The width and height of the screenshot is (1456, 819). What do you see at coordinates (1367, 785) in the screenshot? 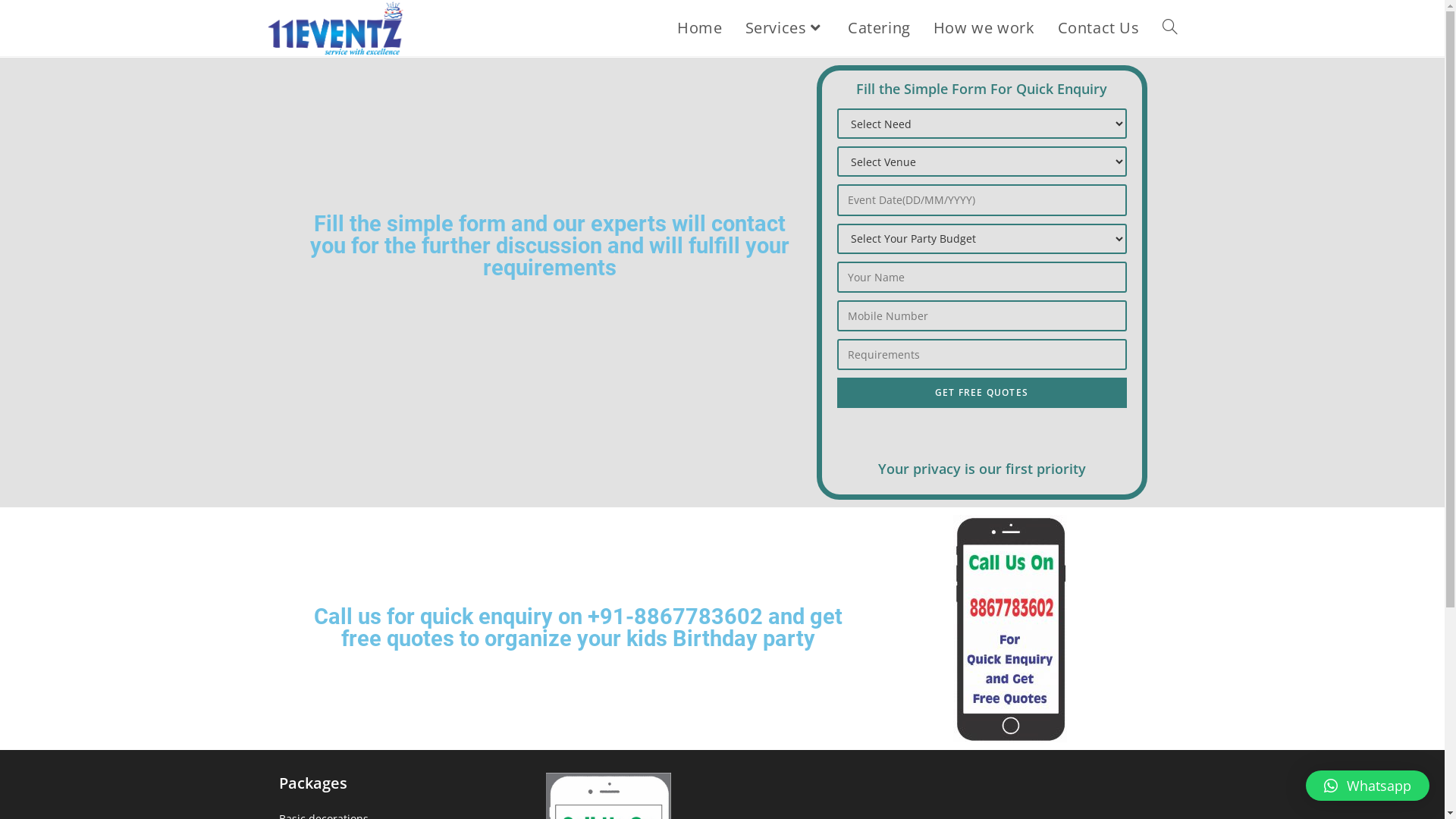
I see `'Whatsapp'` at bounding box center [1367, 785].